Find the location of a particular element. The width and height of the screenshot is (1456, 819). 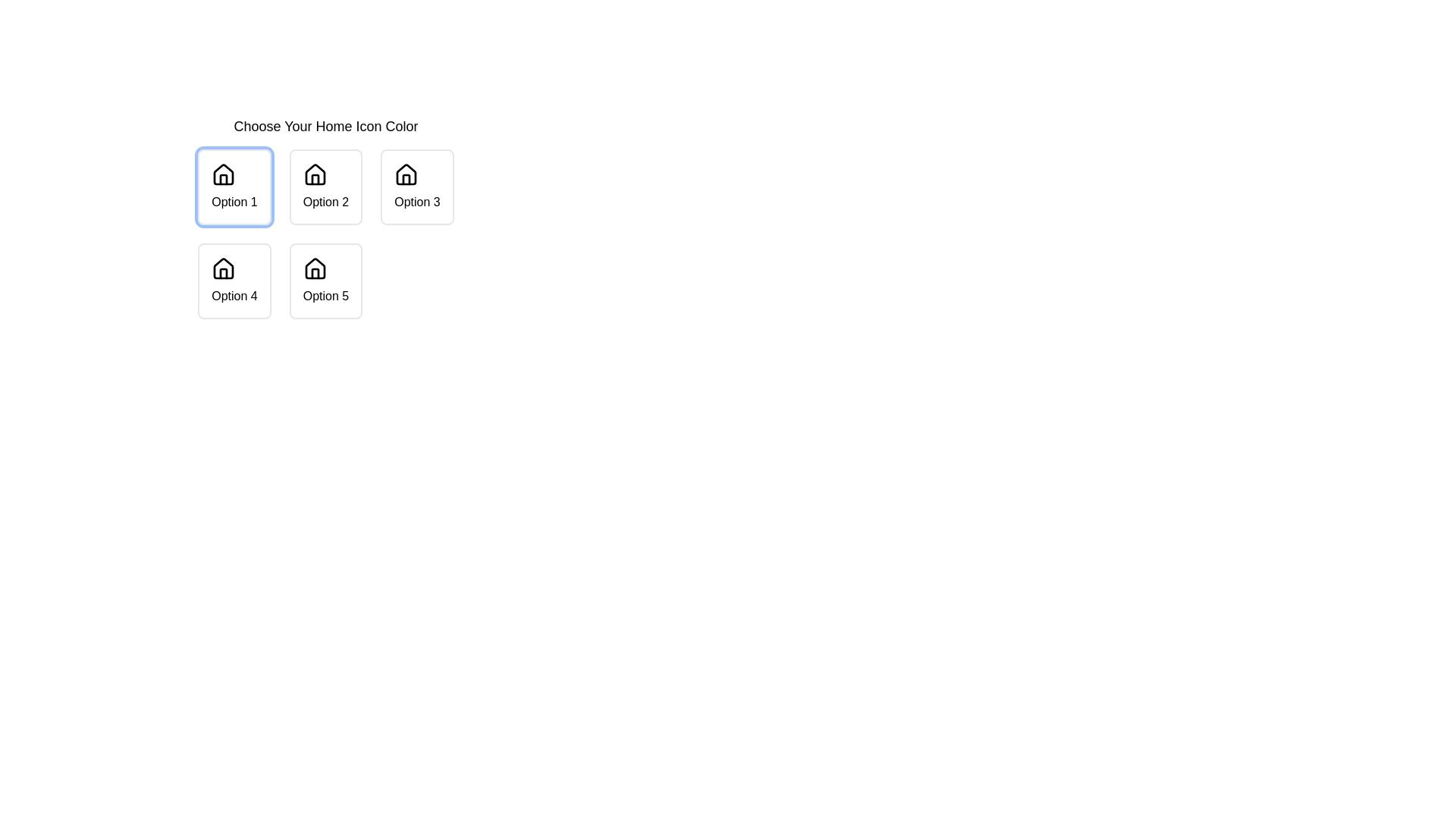

the door portion of the house icon in the third option of the selectable grid labeled as 'Option 3' is located at coordinates (406, 178).